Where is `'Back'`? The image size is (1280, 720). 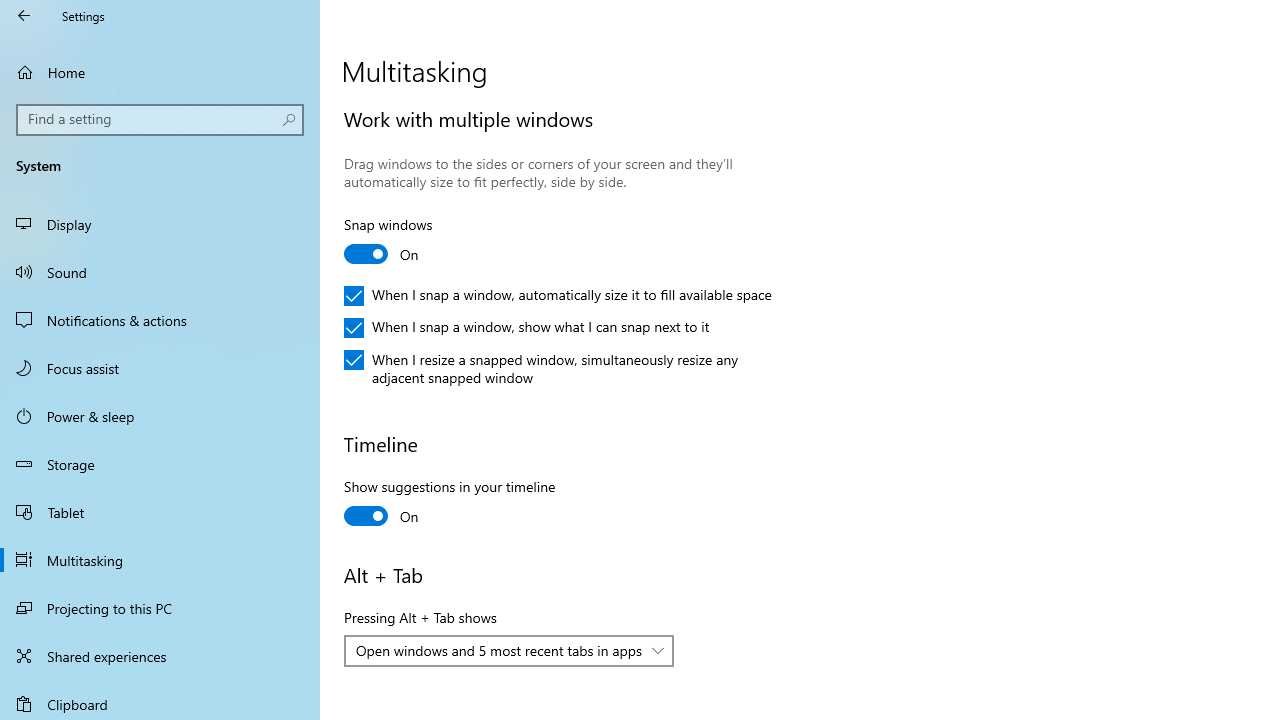 'Back' is located at coordinates (24, 15).